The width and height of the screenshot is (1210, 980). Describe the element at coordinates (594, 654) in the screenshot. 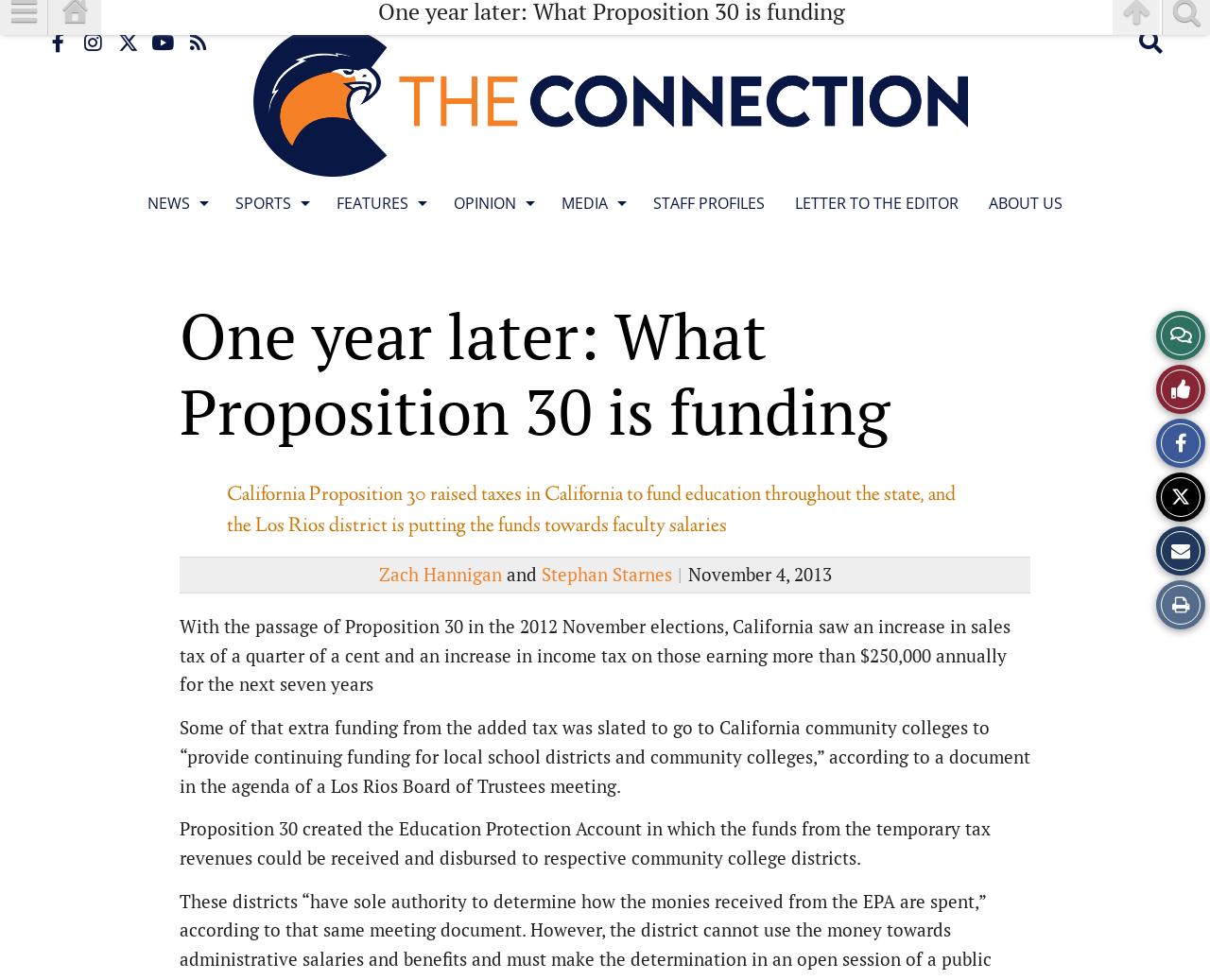

I see `'With the passage of Proposition 30 in the 2012 November elections, California saw an increase in sales tax of a quarter of a cent and an increase in income tax on those earning more than $250,000 annually for the next seven years'` at that location.